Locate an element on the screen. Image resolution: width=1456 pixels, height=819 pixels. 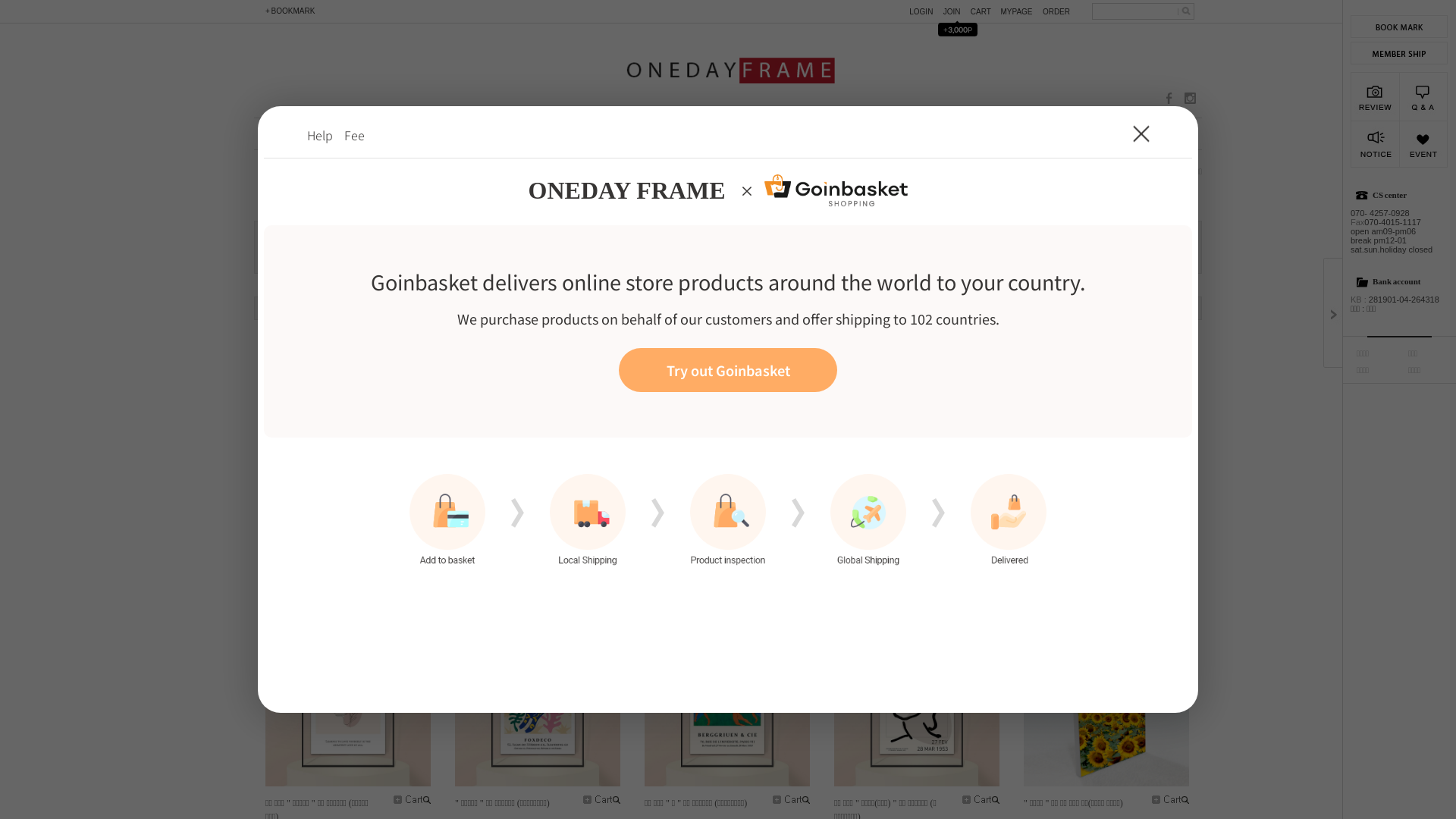
'LOGIN' is located at coordinates (924, 11).